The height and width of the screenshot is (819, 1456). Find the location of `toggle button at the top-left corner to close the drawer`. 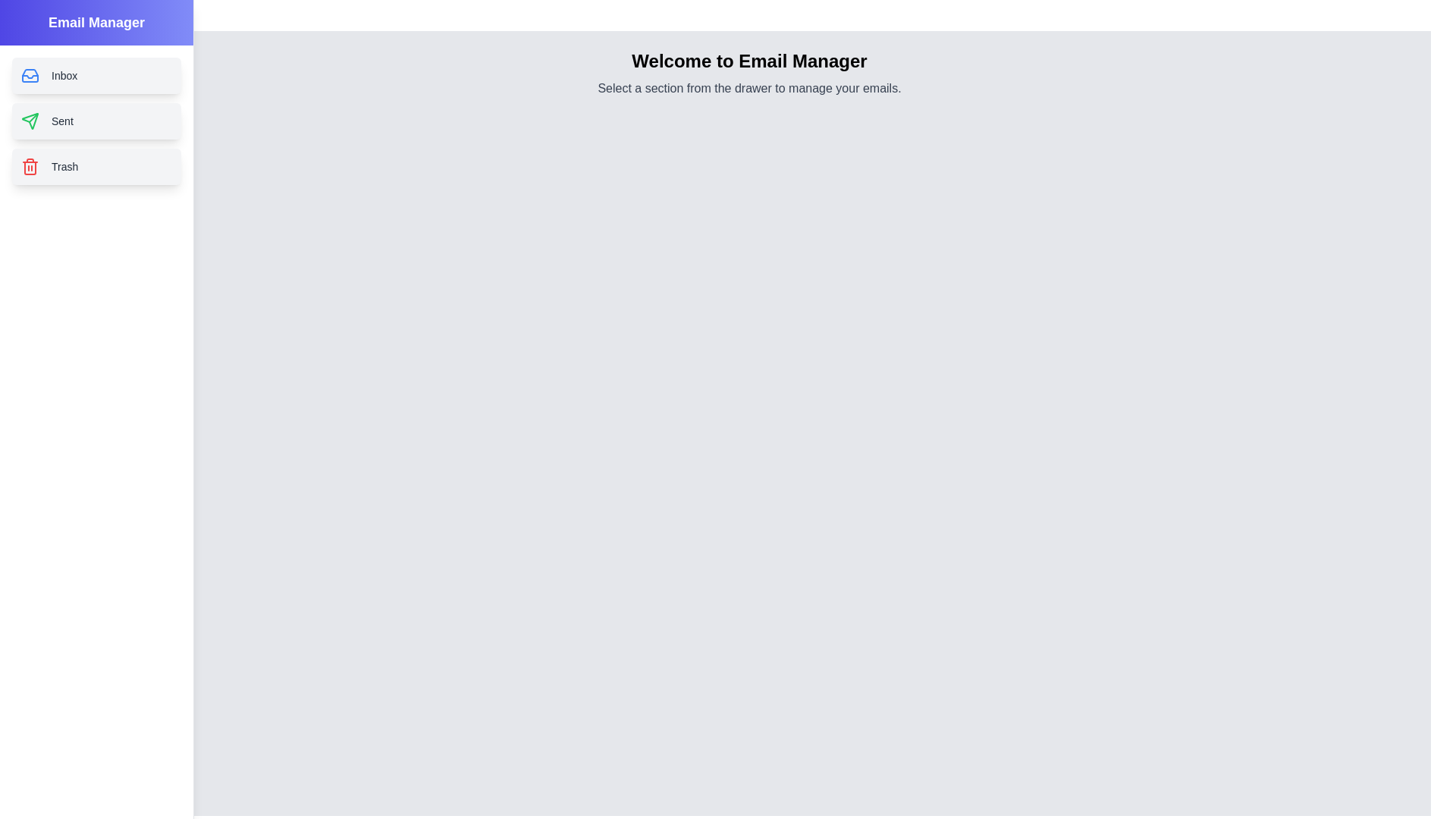

toggle button at the top-left corner to close the drawer is located at coordinates (25, 26).